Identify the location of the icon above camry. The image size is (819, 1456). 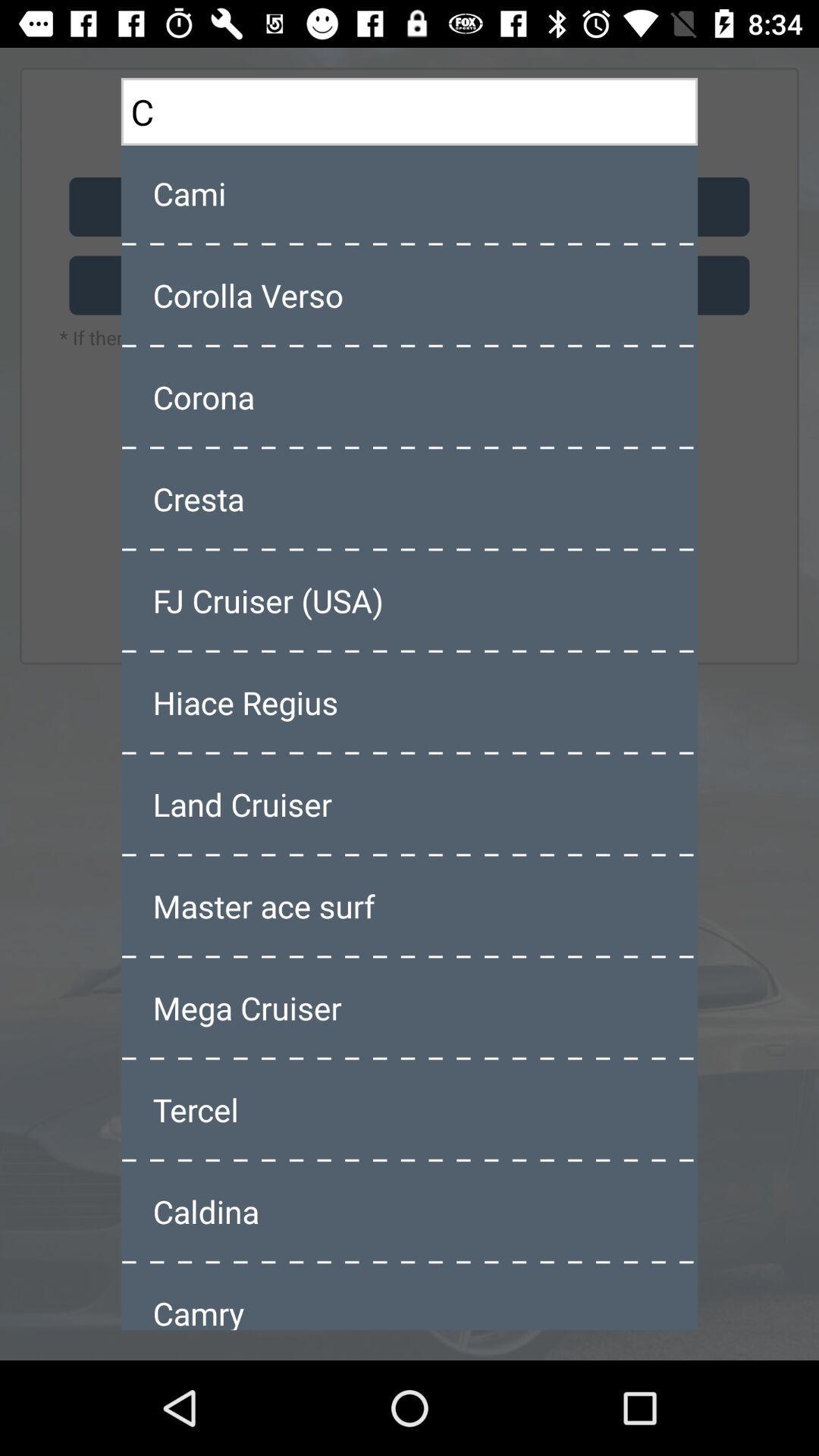
(409, 1210).